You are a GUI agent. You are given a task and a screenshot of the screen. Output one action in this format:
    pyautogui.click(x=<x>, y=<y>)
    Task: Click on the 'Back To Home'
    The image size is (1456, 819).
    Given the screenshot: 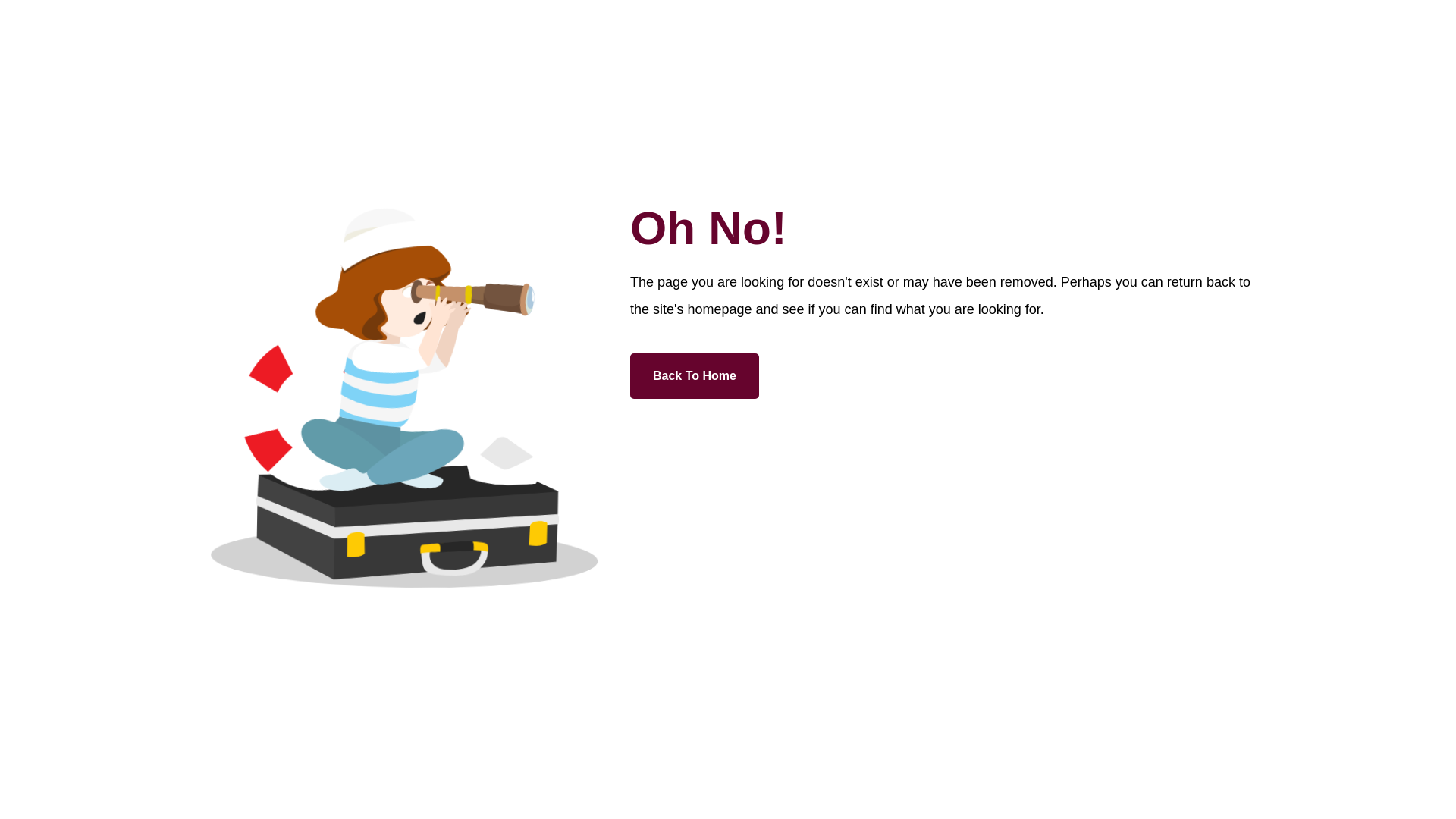 What is the action you would take?
    pyautogui.click(x=694, y=375)
    